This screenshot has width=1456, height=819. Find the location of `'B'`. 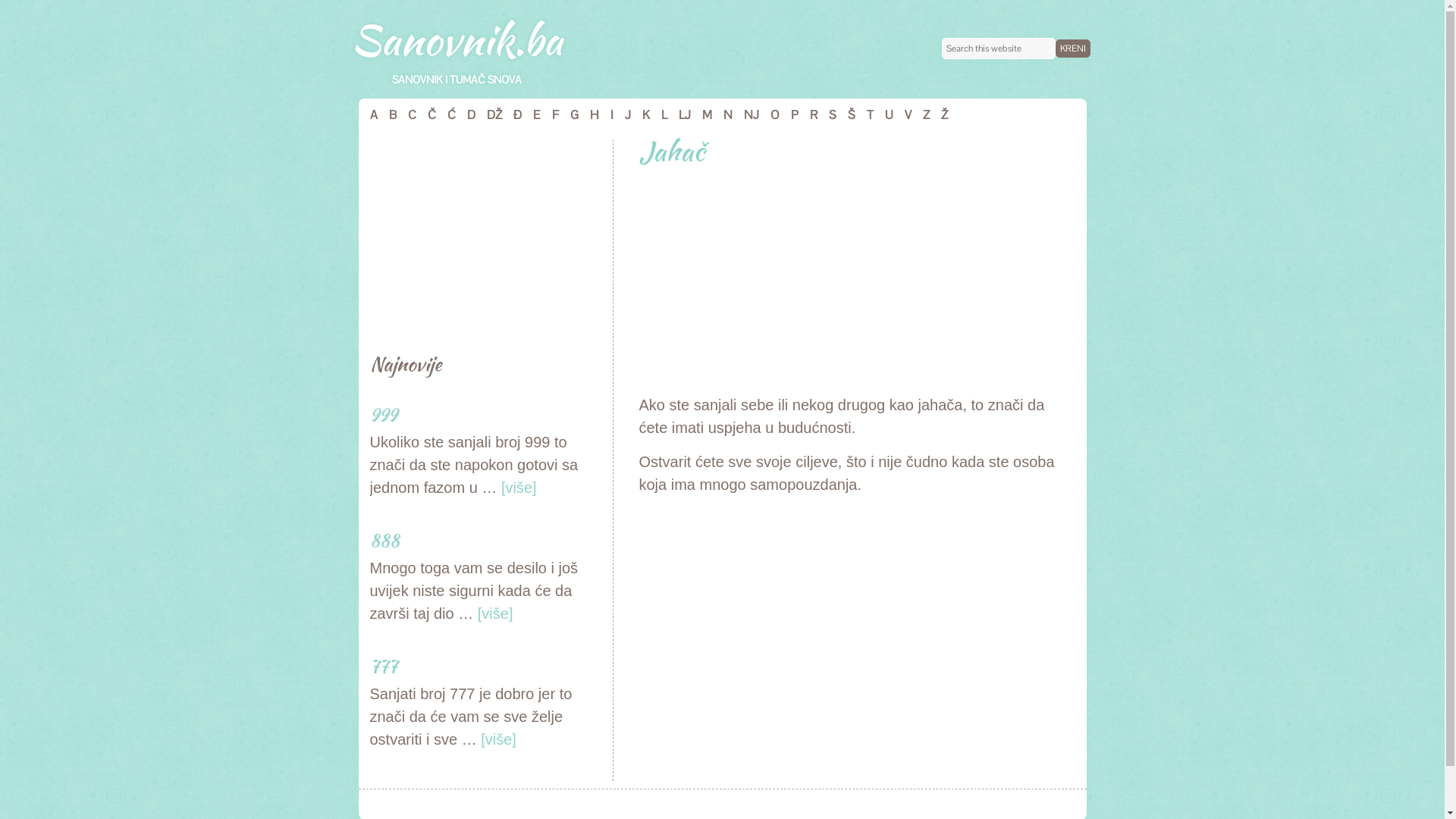

'B' is located at coordinates (387, 114).